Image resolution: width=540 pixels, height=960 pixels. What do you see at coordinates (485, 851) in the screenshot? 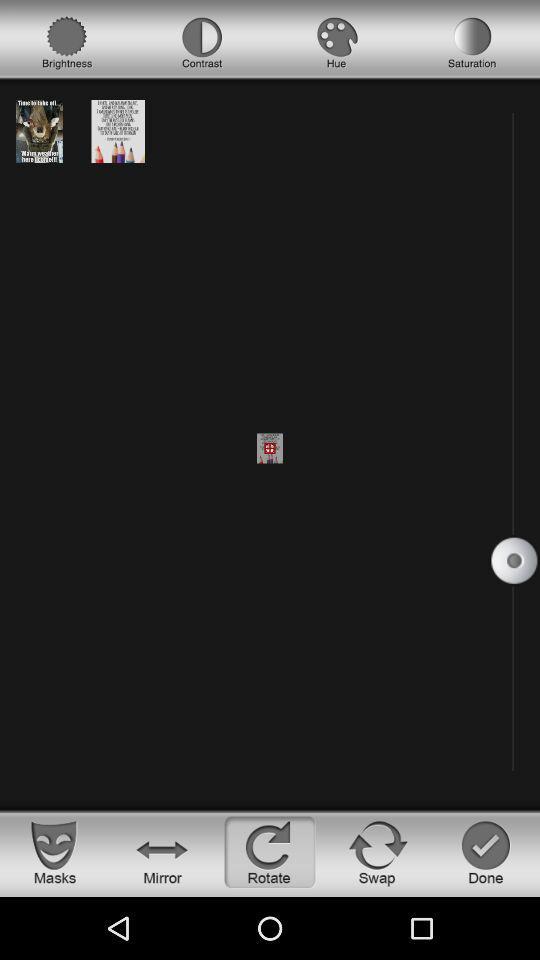
I see `finish editing` at bounding box center [485, 851].